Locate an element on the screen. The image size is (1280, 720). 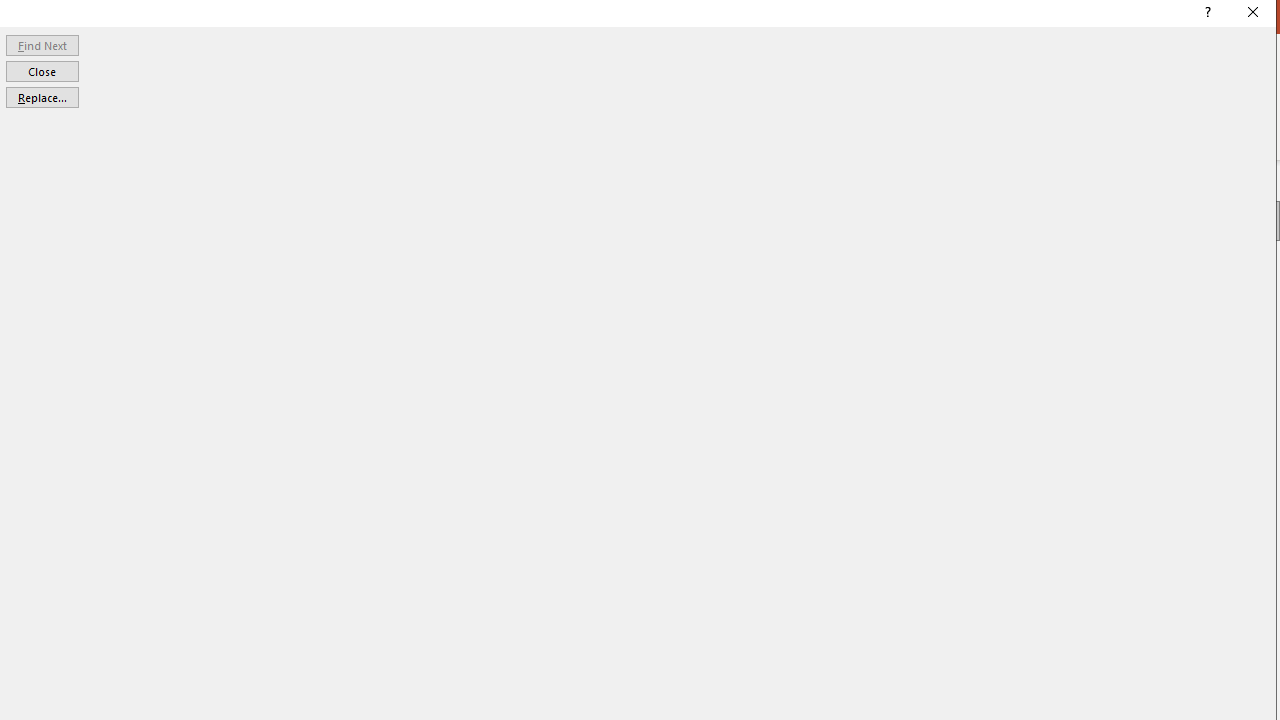
'Context help' is located at coordinates (1205, 15).